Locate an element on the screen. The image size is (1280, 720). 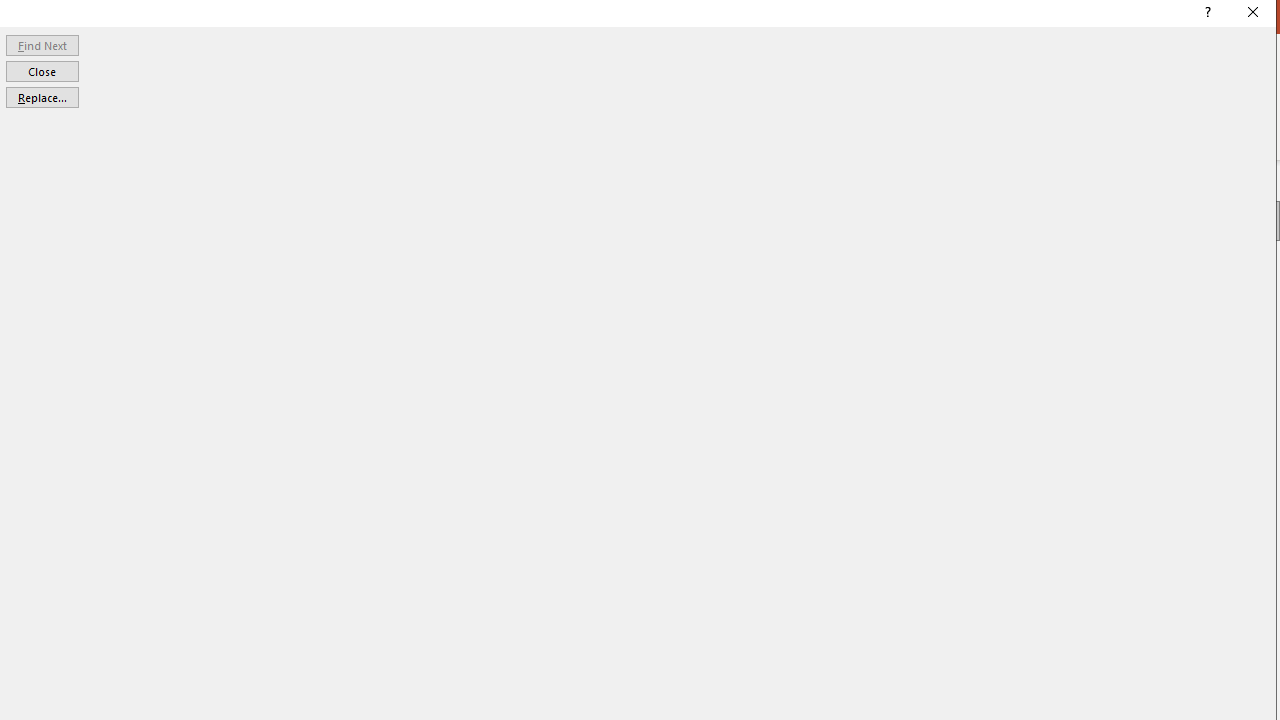
'Context help' is located at coordinates (1205, 15).